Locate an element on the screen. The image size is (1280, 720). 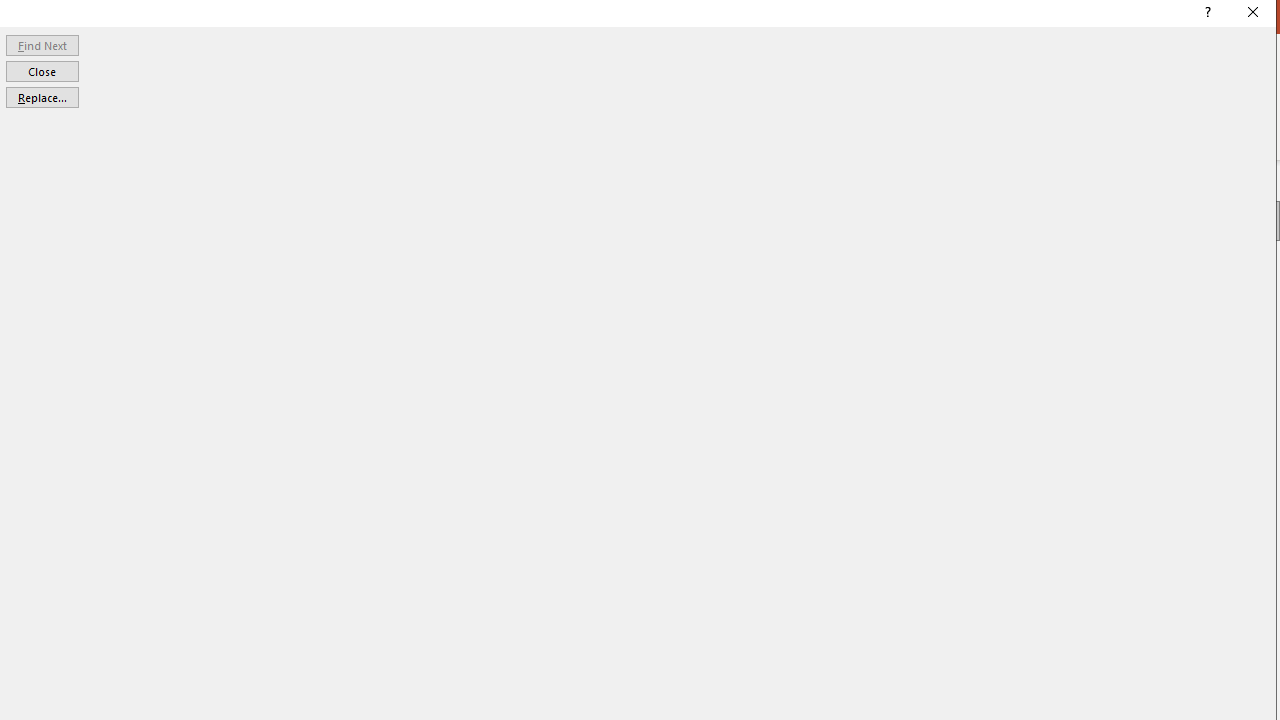
'Context help' is located at coordinates (1205, 15).